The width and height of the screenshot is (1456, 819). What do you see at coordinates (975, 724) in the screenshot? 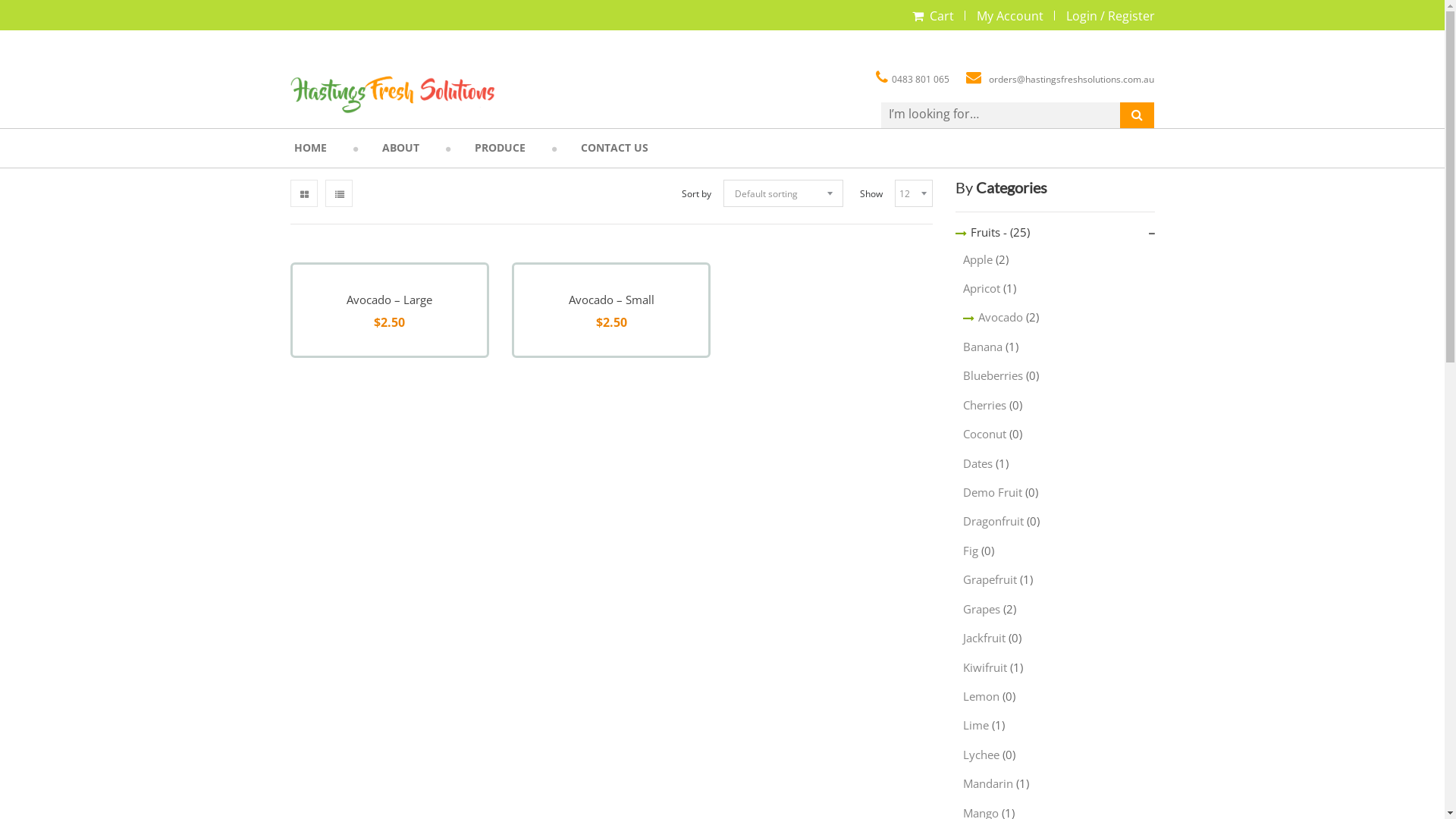
I see `'Lime'` at bounding box center [975, 724].